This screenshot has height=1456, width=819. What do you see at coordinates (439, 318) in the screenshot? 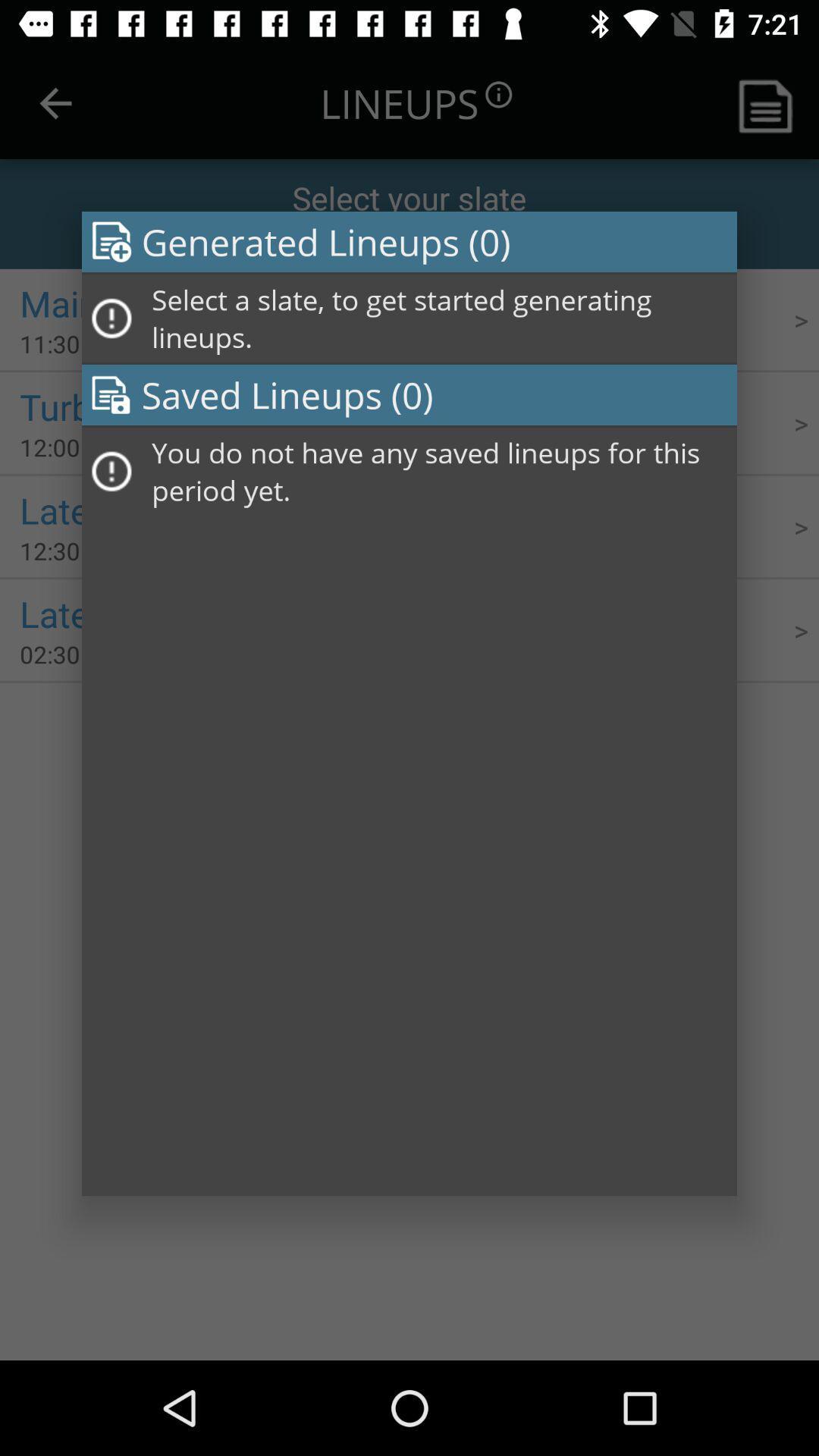
I see `the icon below the generated lineups (0) icon` at bounding box center [439, 318].